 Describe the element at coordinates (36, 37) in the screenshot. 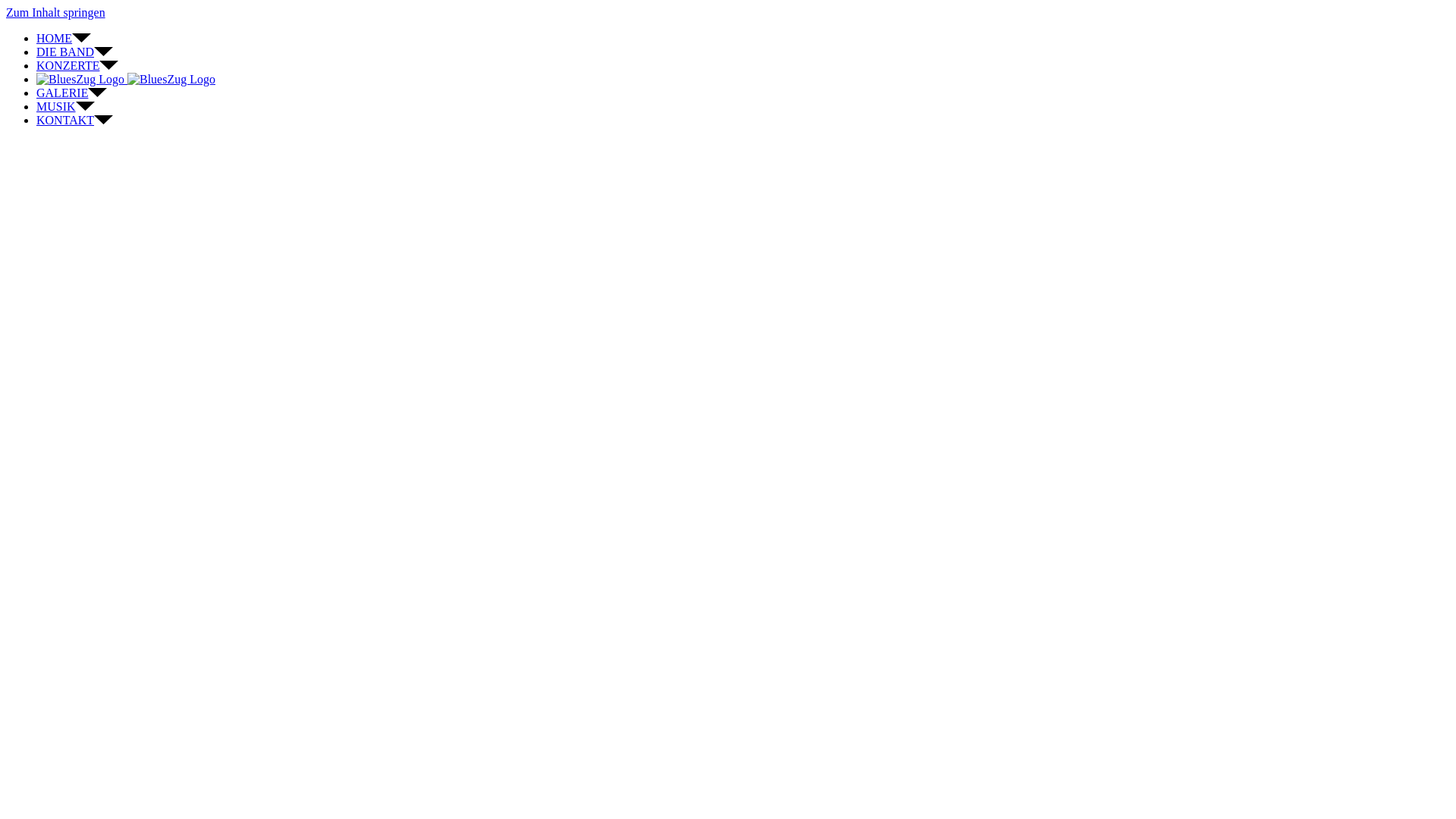

I see `'HOME'` at that location.